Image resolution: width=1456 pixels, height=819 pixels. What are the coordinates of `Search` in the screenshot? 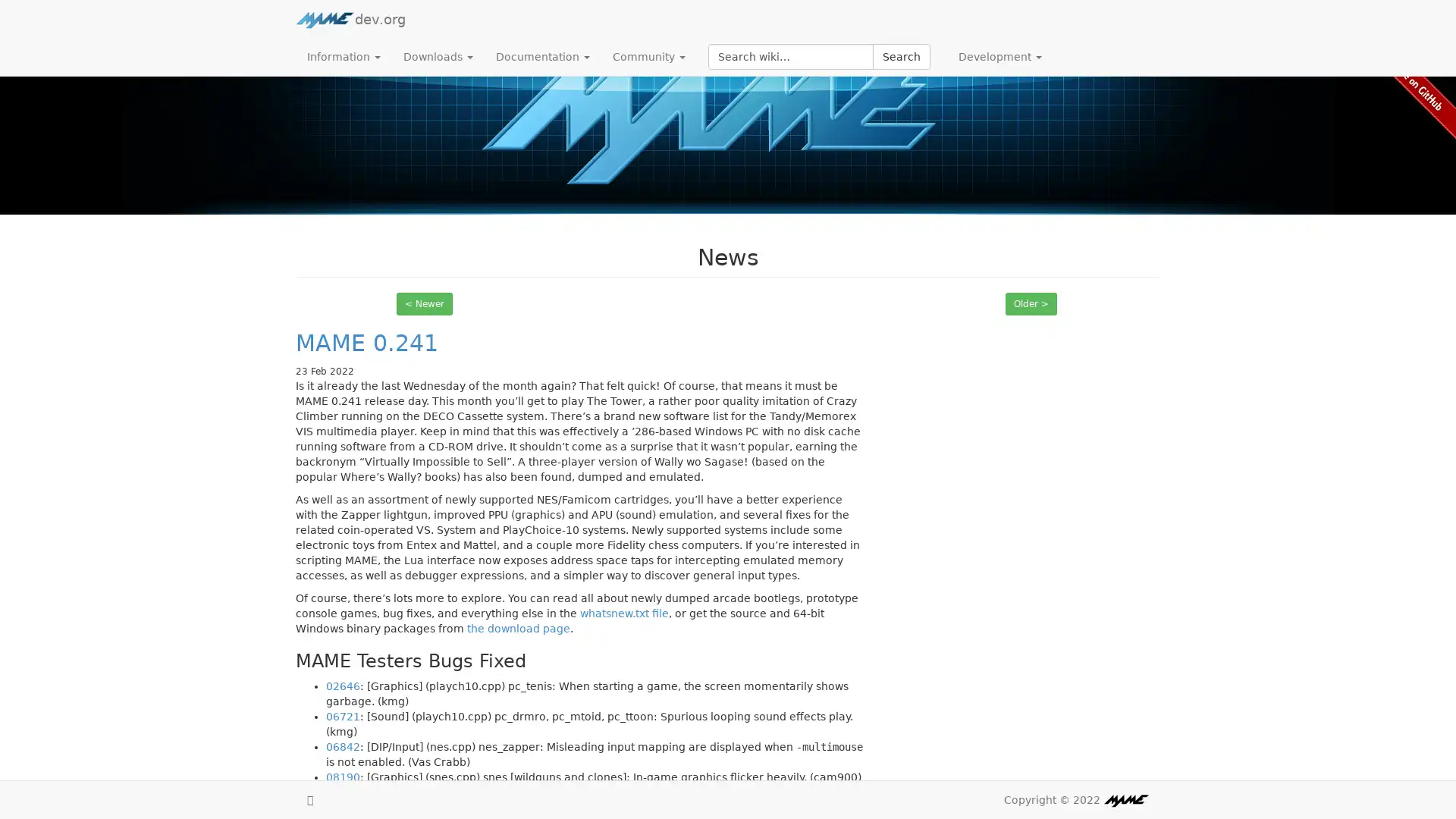 It's located at (902, 55).